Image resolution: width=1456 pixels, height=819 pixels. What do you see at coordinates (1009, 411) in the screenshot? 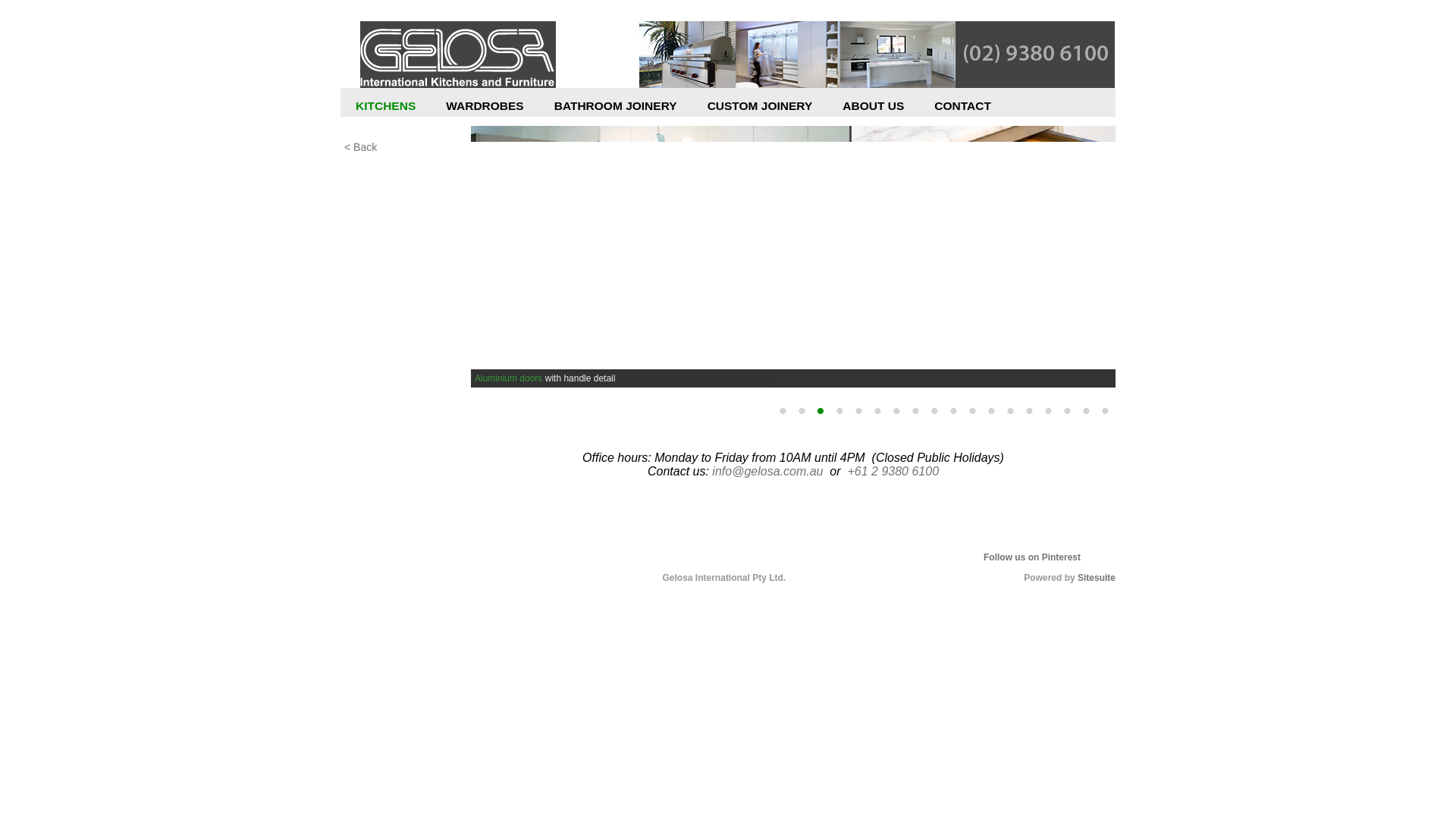
I see `'13'` at bounding box center [1009, 411].